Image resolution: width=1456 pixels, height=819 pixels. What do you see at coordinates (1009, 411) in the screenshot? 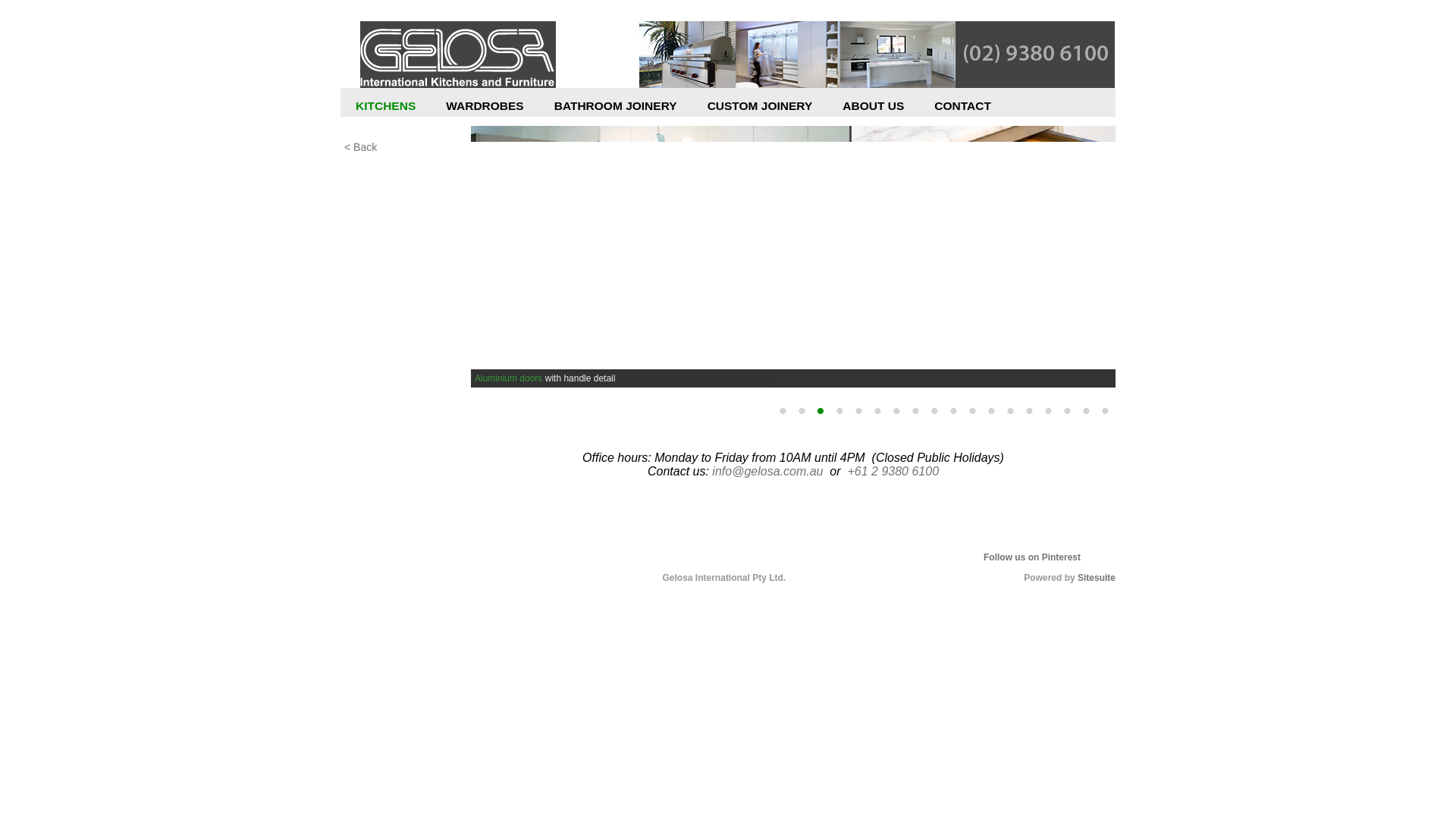
I see `'13'` at bounding box center [1009, 411].